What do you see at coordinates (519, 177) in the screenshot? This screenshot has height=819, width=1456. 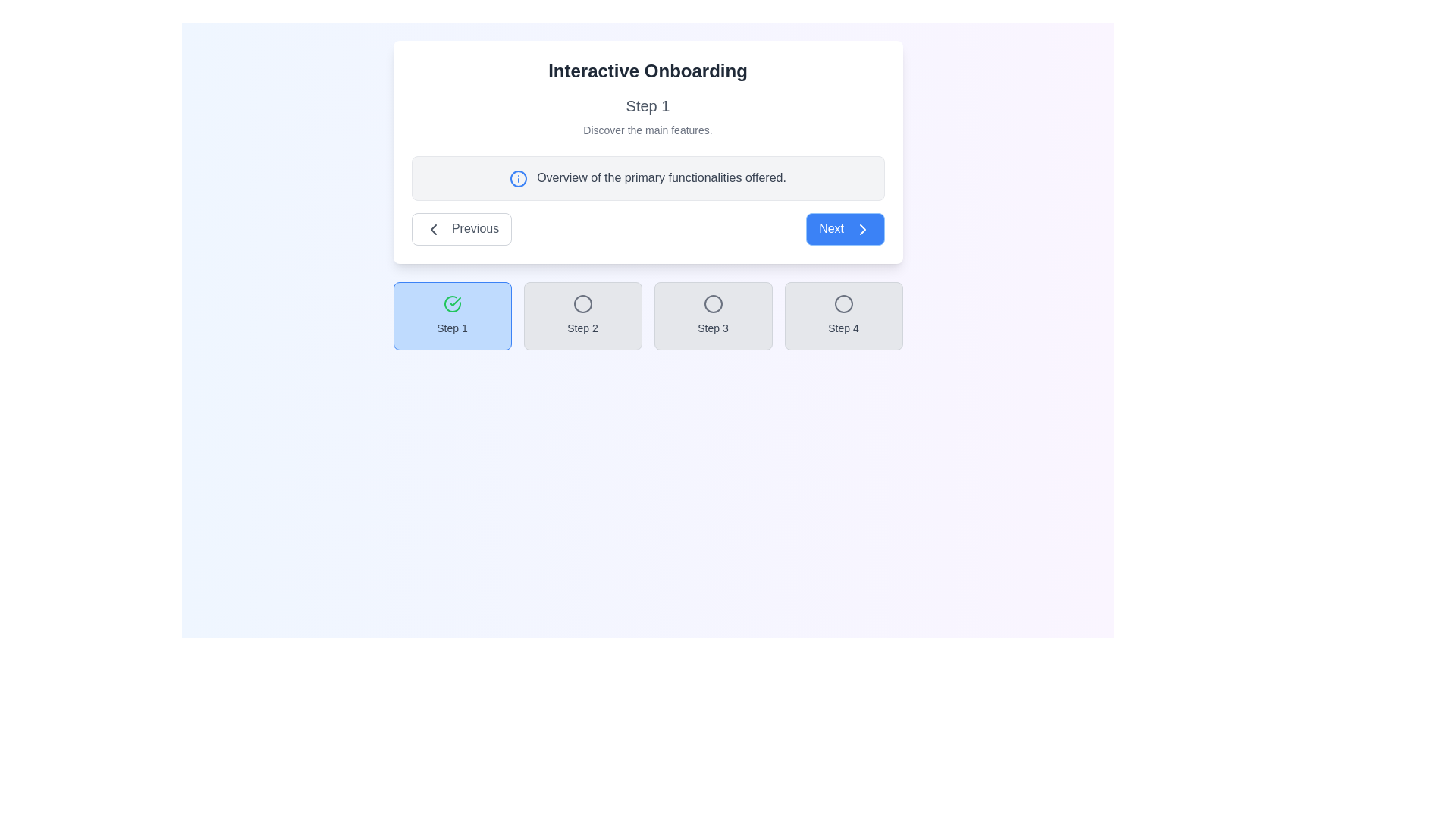 I see `the circular blue icon with an 'i' in the center, located to the left of the text 'Overview of the primary functionalities offered'` at bounding box center [519, 177].